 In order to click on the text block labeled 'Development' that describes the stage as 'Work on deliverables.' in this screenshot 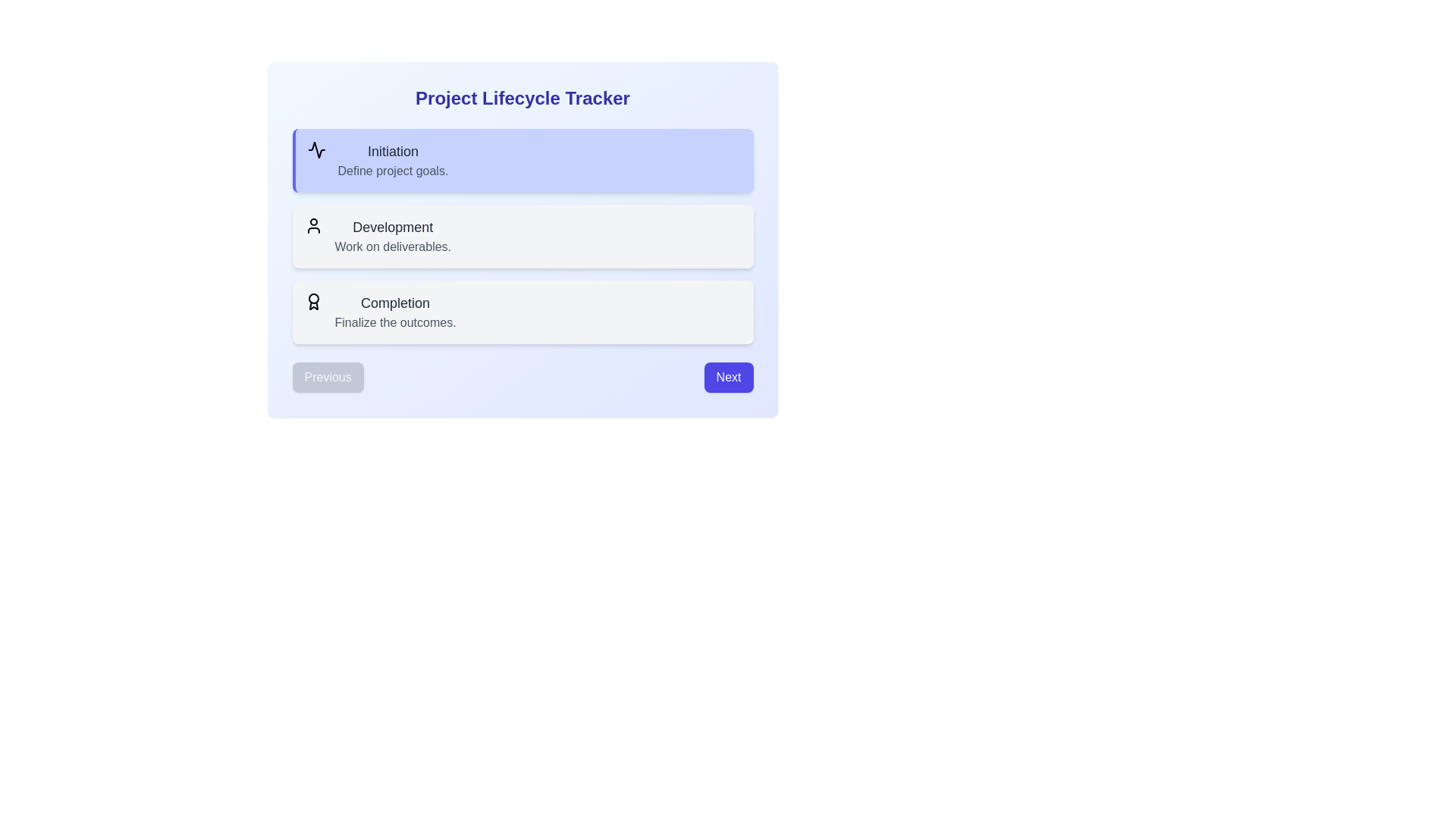, I will do `click(393, 237)`.